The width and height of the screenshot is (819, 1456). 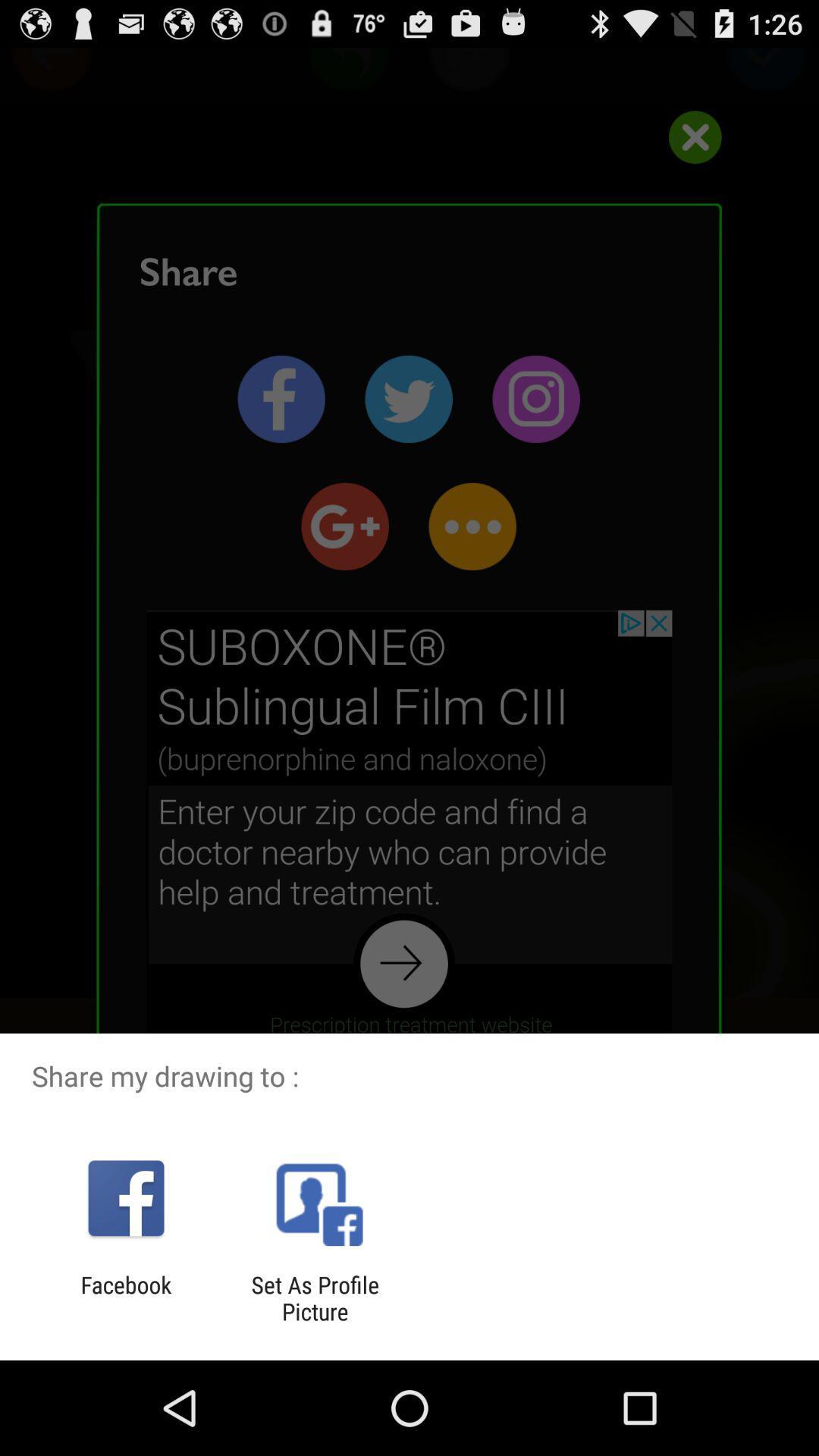 What do you see at coordinates (314, 1298) in the screenshot?
I see `set as profile app` at bounding box center [314, 1298].